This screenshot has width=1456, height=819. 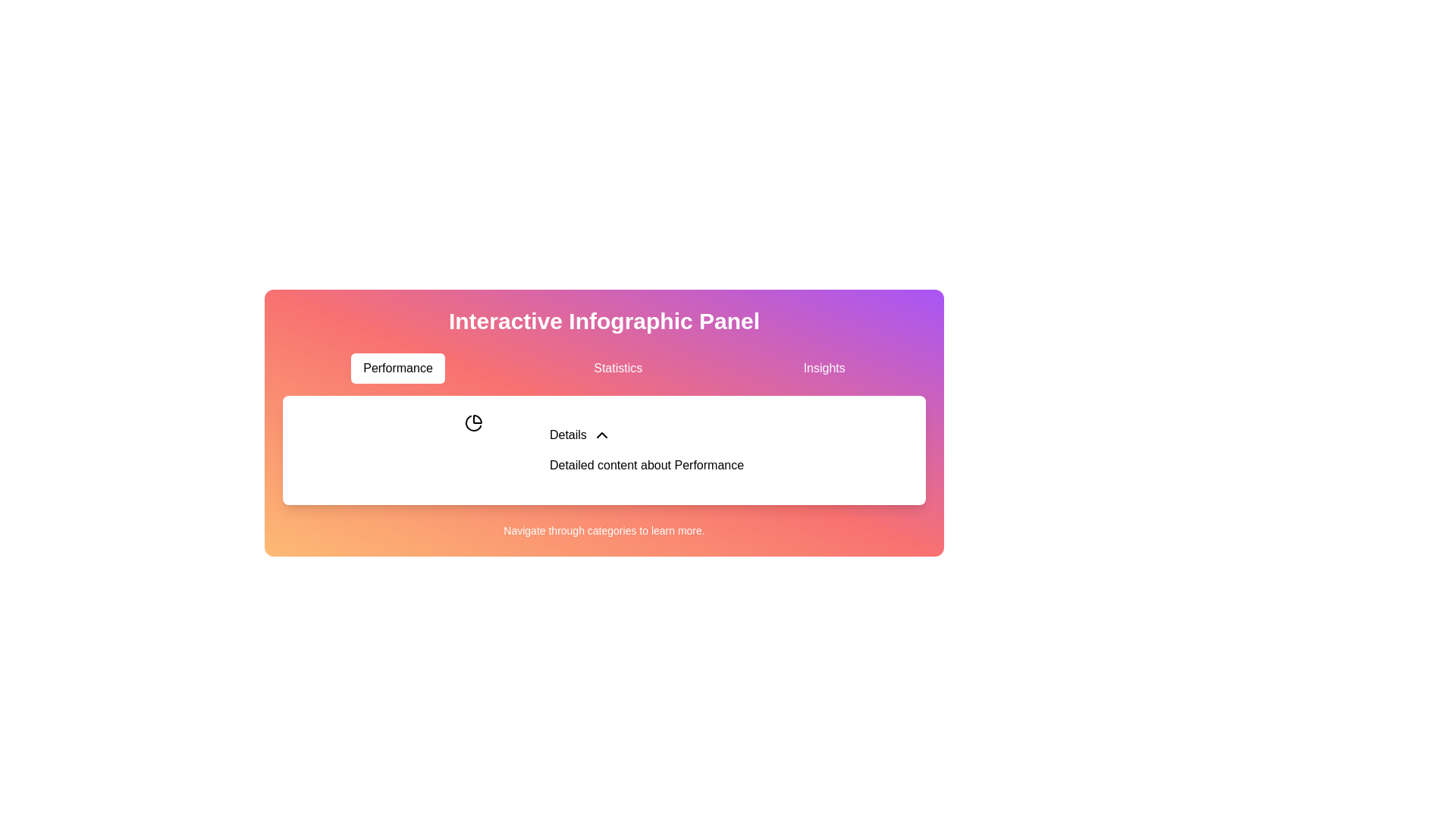 What do you see at coordinates (472, 423) in the screenshot?
I see `the chart visualization icon located within a white card, right below the 'Performance' tab and to the left of the 'Details' title` at bounding box center [472, 423].